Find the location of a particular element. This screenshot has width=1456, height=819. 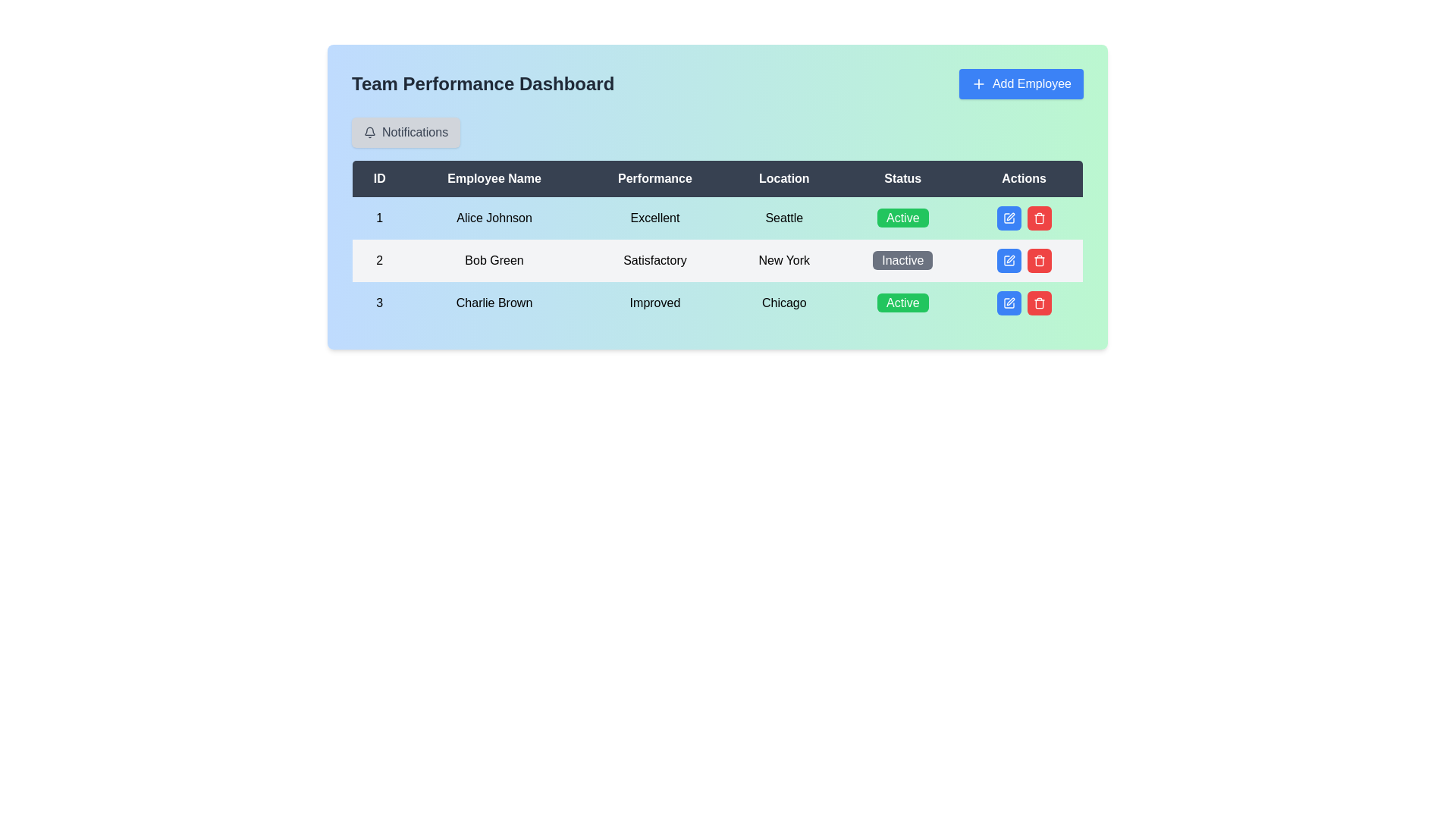

the 'Status' text label element, which is a white text on a dark background, located in the header row of a table between 'Location' and 'Actions' is located at coordinates (902, 177).